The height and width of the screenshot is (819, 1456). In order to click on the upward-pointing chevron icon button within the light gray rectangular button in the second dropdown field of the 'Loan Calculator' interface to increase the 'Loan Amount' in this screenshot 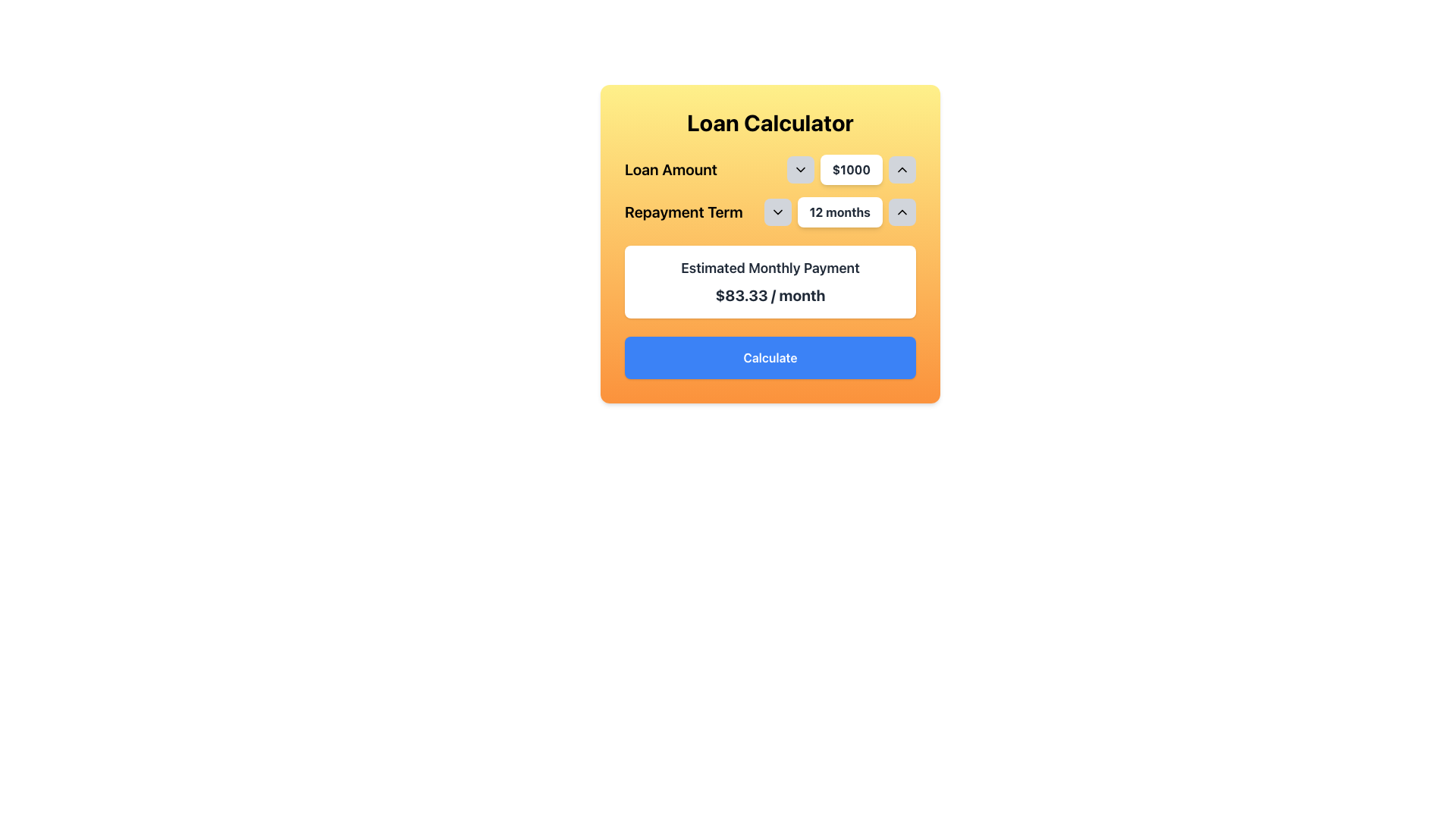, I will do `click(902, 169)`.